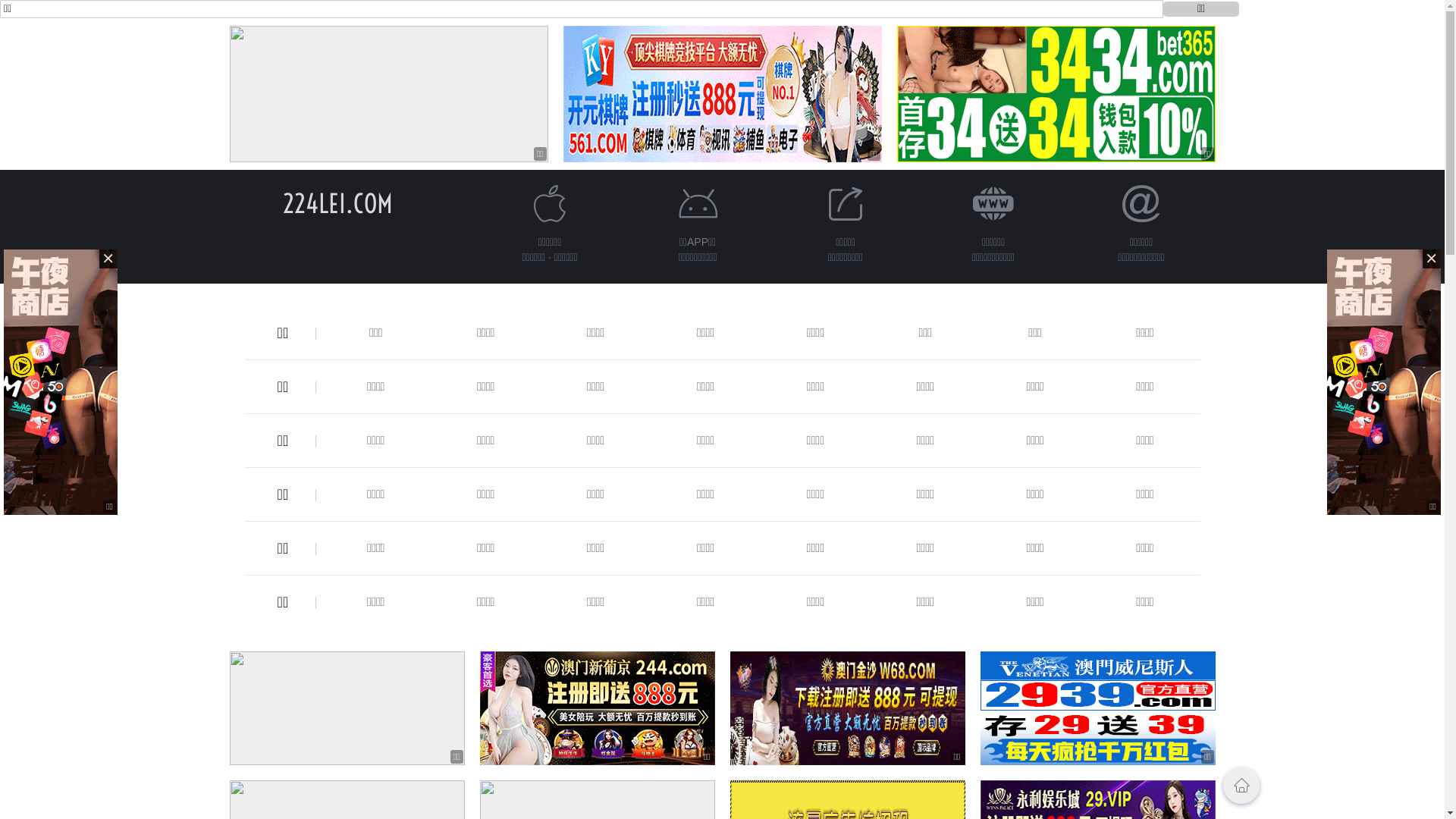  Describe the element at coordinates (337, 202) in the screenshot. I see `'224LEI.COM'` at that location.